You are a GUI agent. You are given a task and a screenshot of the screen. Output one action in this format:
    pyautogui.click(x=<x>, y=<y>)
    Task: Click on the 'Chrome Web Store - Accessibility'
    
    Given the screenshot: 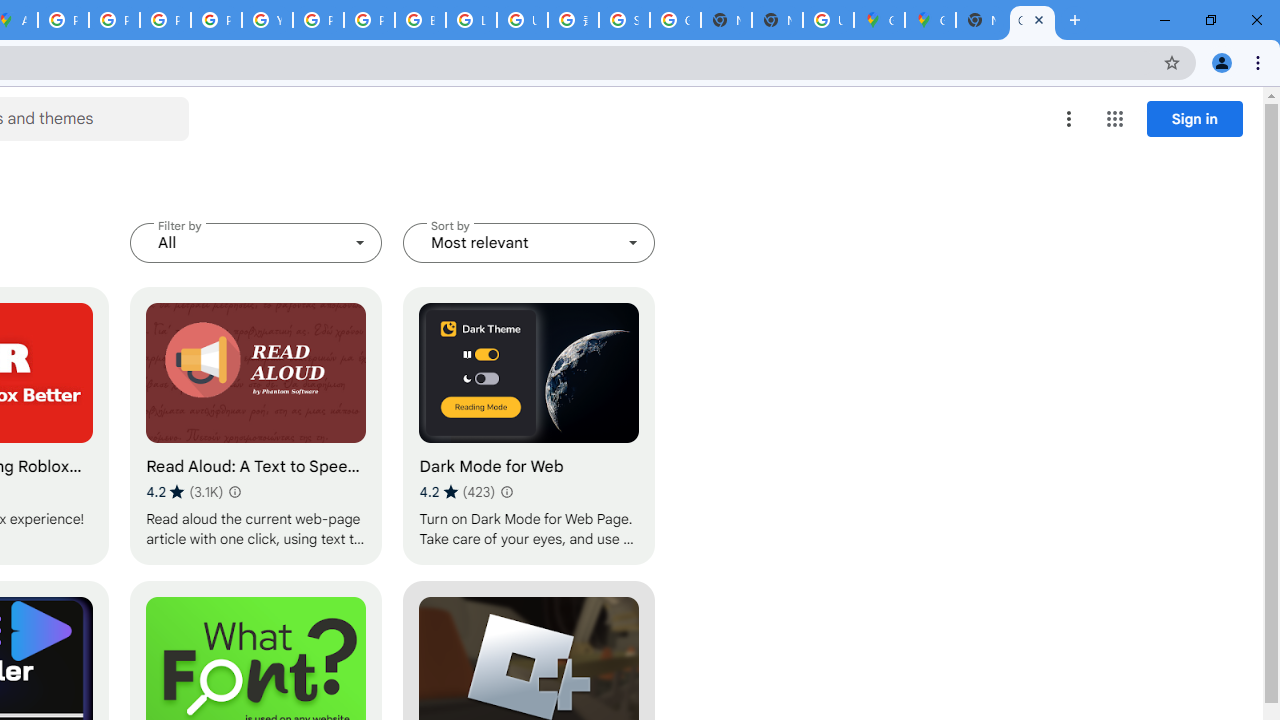 What is the action you would take?
    pyautogui.click(x=1032, y=20)
    